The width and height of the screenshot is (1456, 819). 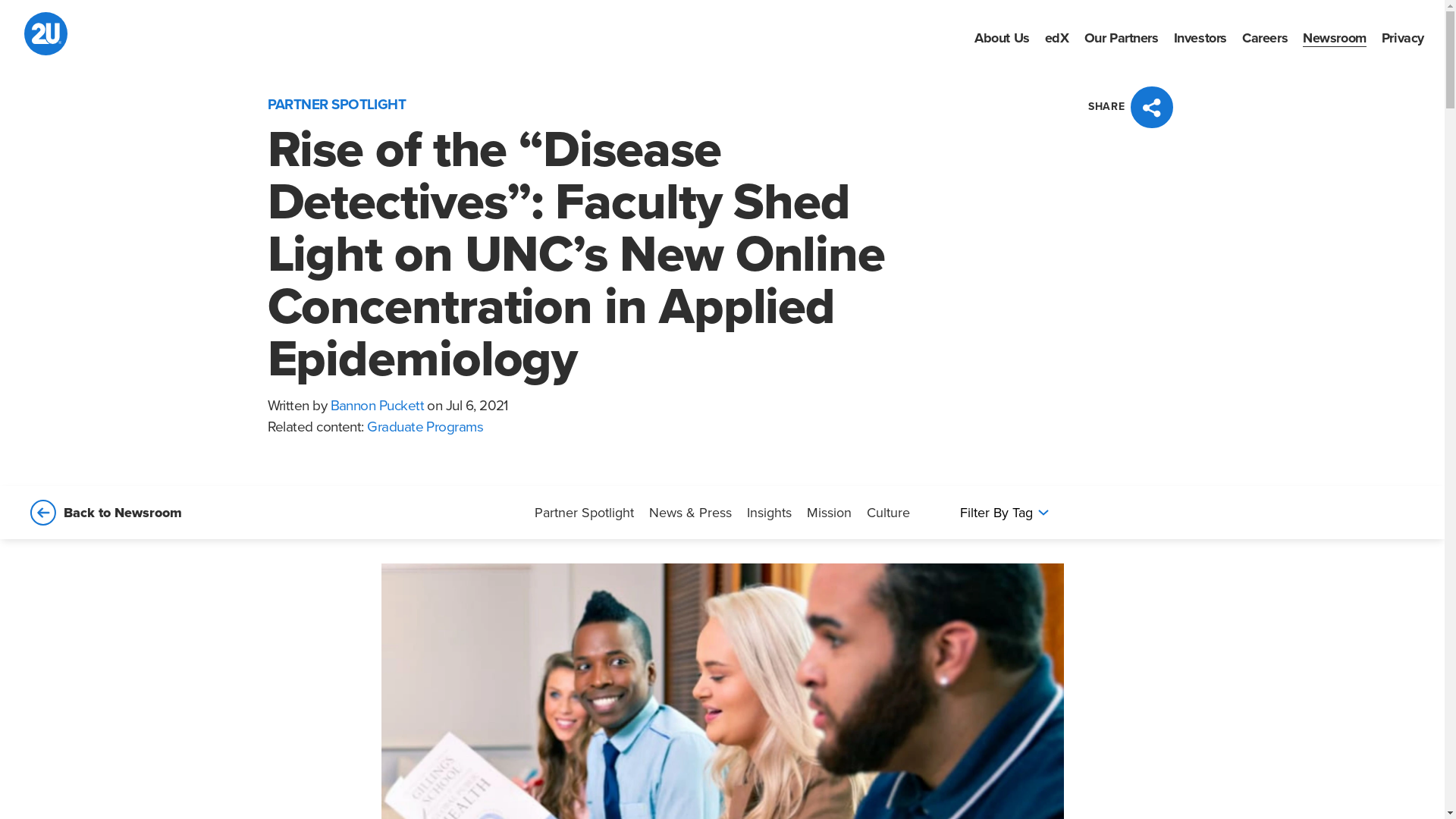 I want to click on 'Partner Spotlight', so click(x=583, y=512).